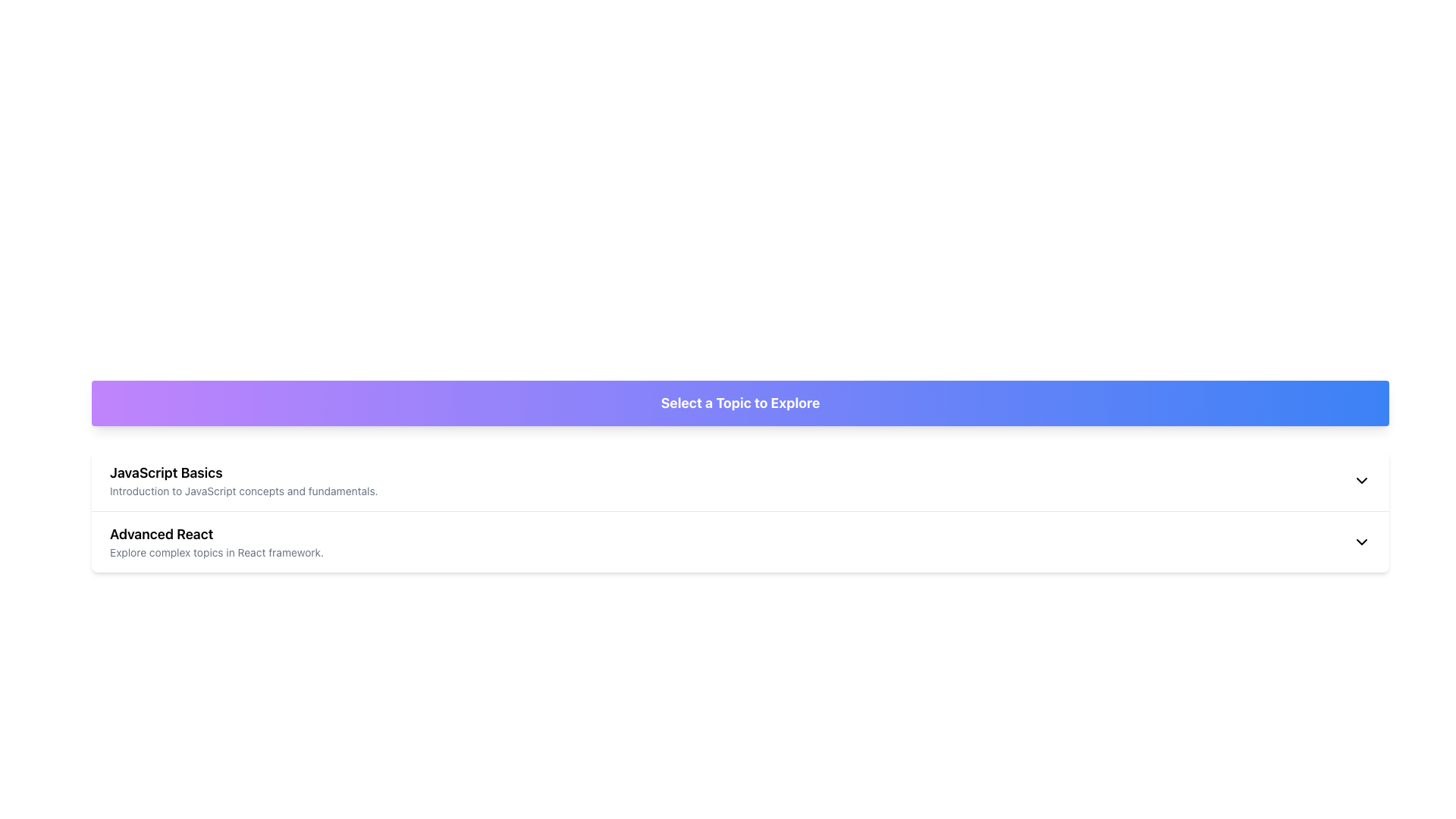  Describe the element at coordinates (243, 491) in the screenshot. I see `the text block displaying 'Introduction to JavaScript concepts and fundamentals.' which is located directly beneath the 'JavaScript Basics' header` at that location.